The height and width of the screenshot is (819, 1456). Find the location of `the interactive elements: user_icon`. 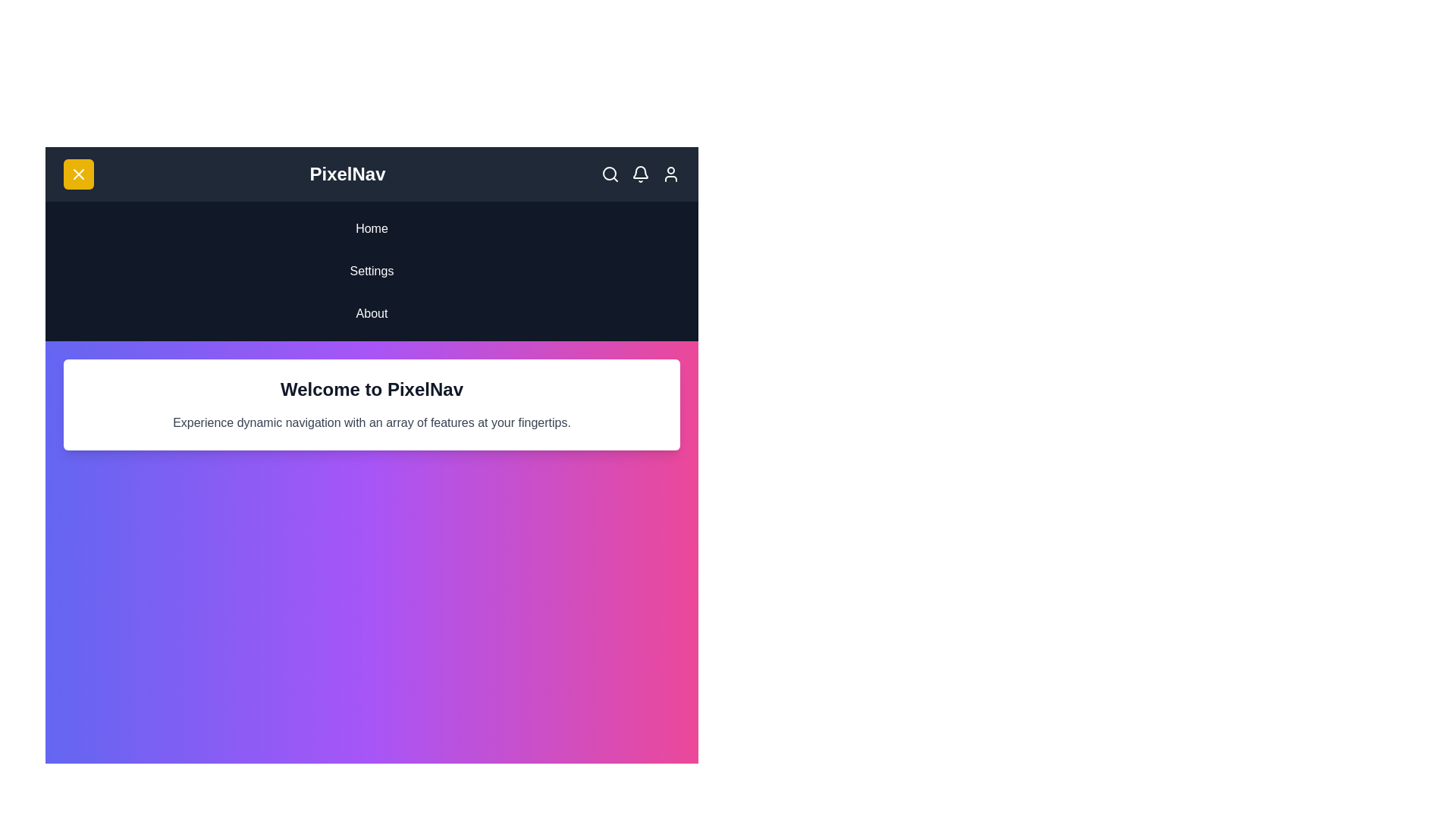

the interactive elements: user_icon is located at coordinates (670, 174).